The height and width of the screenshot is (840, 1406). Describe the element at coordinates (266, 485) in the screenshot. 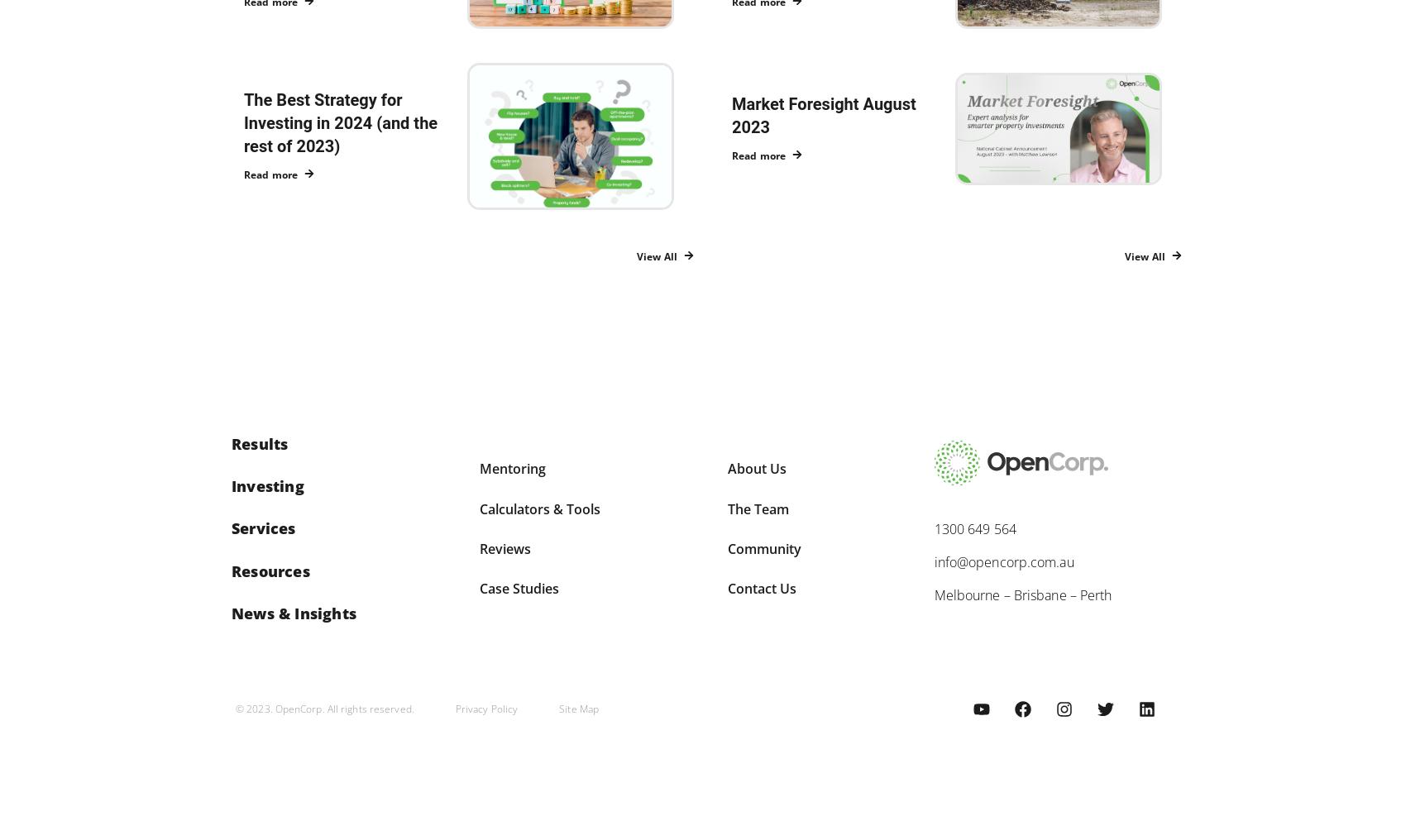

I see `'Investing'` at that location.